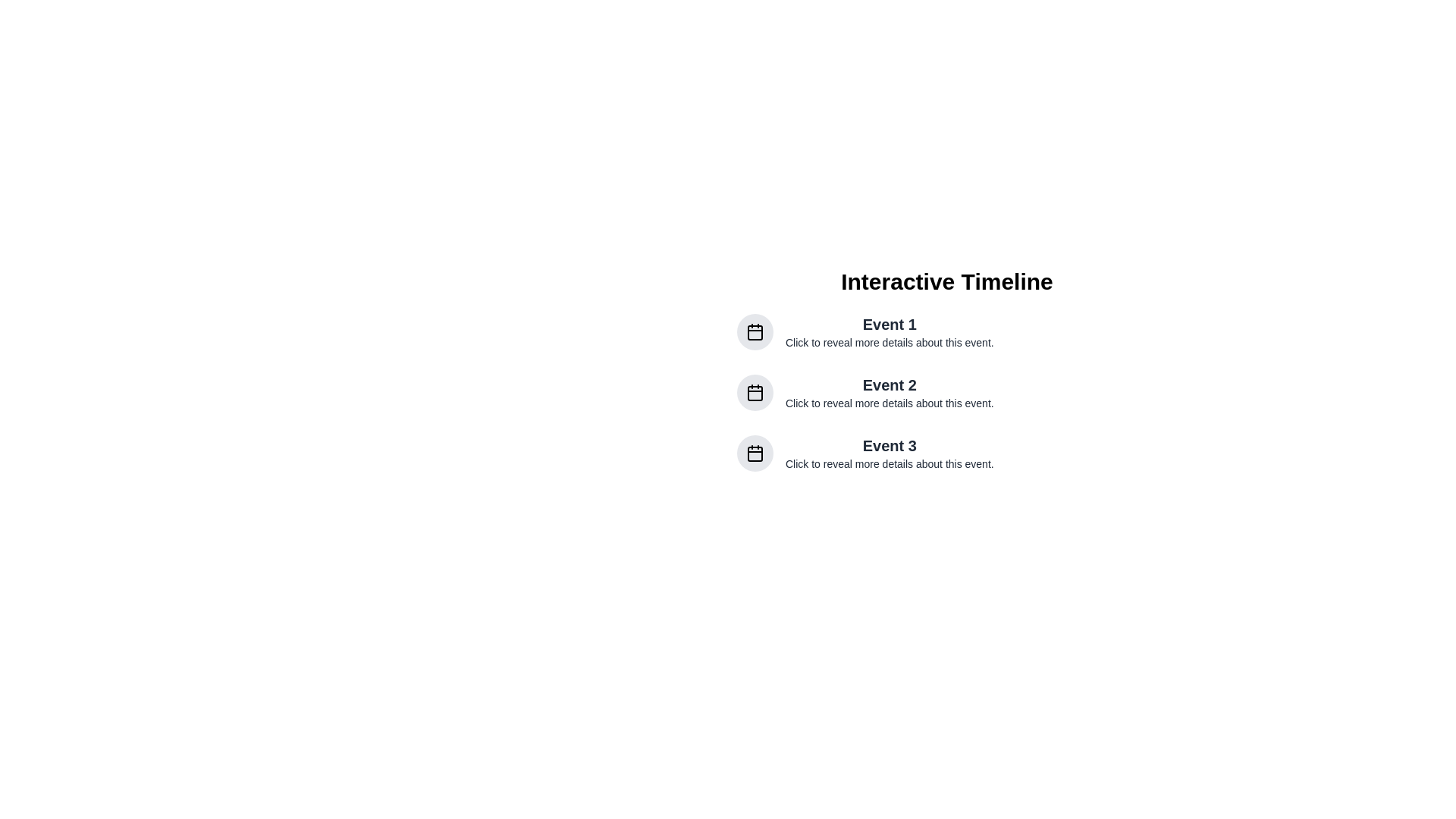 This screenshot has height=819, width=1456. I want to click on the Icon Button representing 'Event 3' in the interactive timeline, which is located at the leftmost side of its row, so click(755, 452).